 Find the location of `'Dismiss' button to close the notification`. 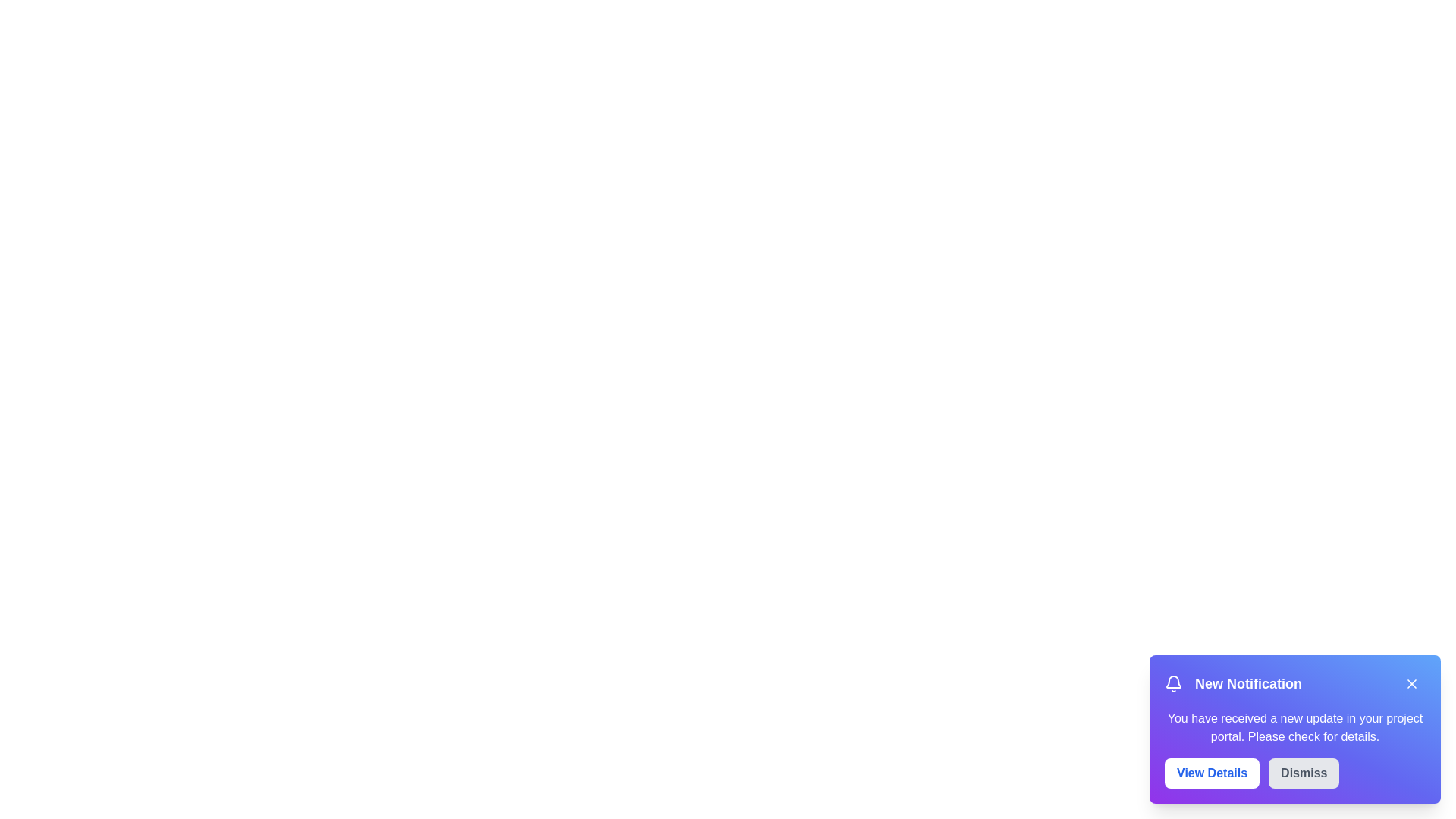

'Dismiss' button to close the notification is located at coordinates (1302, 773).